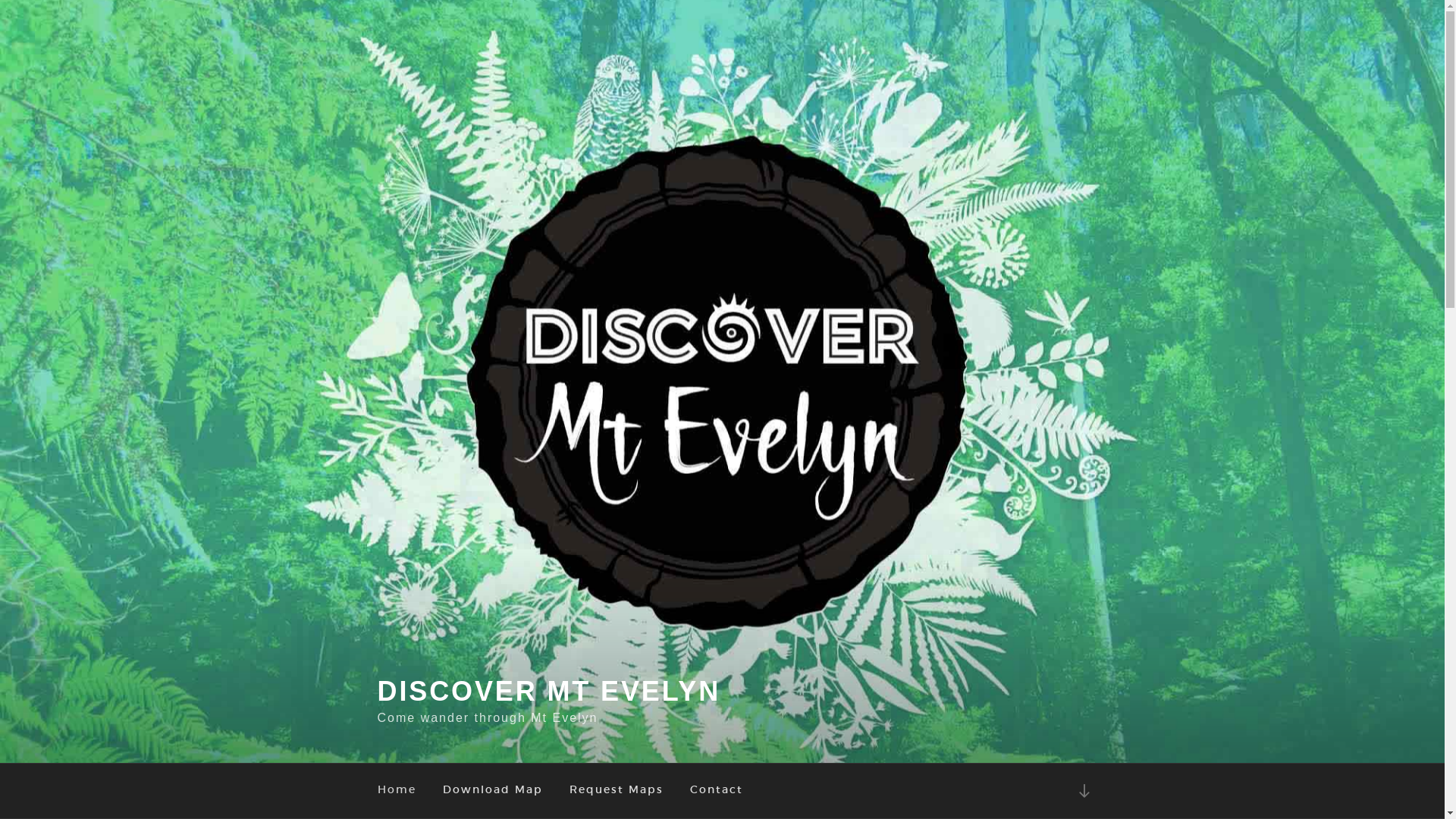 This screenshot has height=819, width=1456. What do you see at coordinates (492, 789) in the screenshot?
I see `'Download Map'` at bounding box center [492, 789].